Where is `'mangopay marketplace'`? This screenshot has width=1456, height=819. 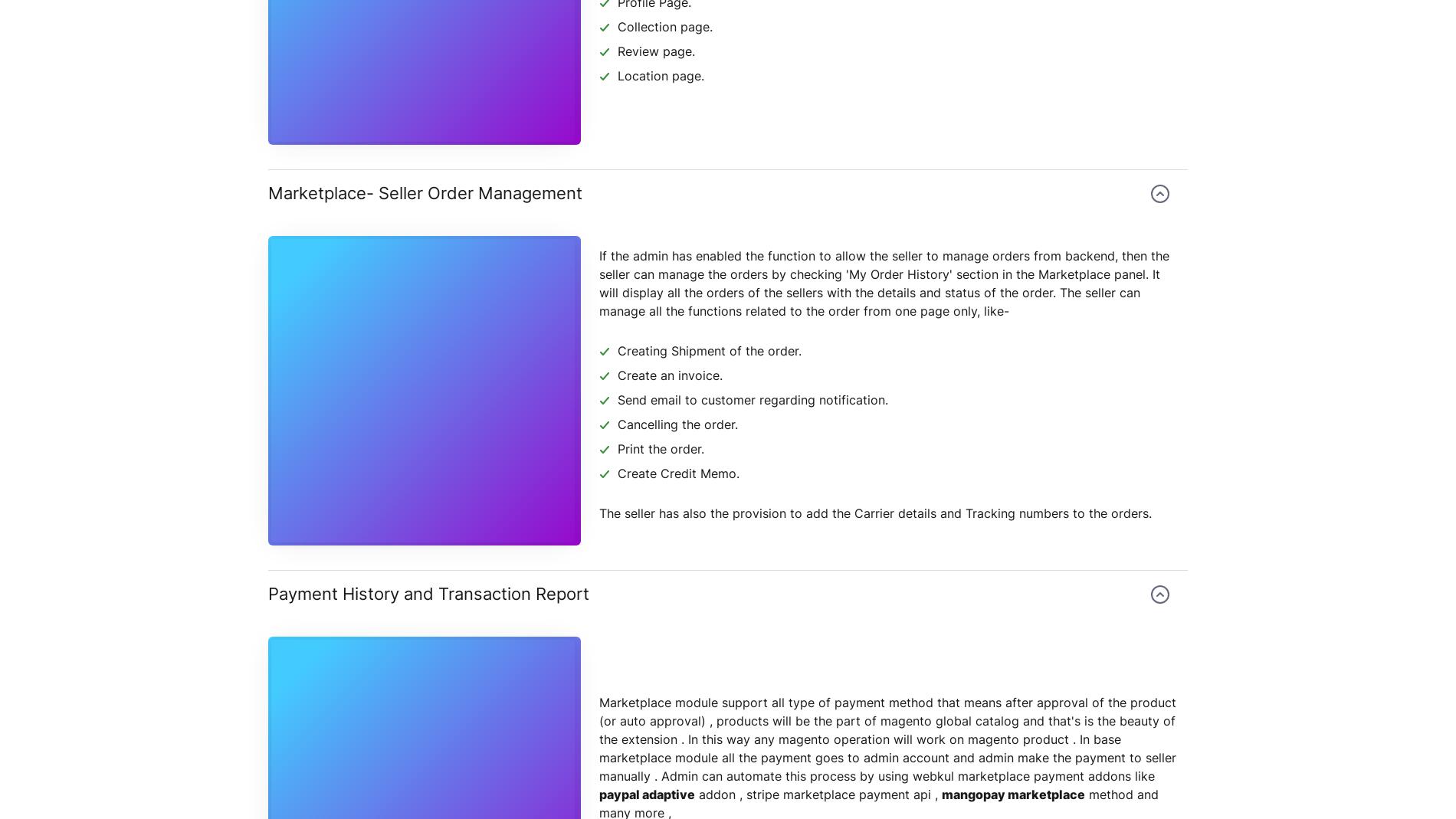
'mangopay marketplace' is located at coordinates (940, 794).